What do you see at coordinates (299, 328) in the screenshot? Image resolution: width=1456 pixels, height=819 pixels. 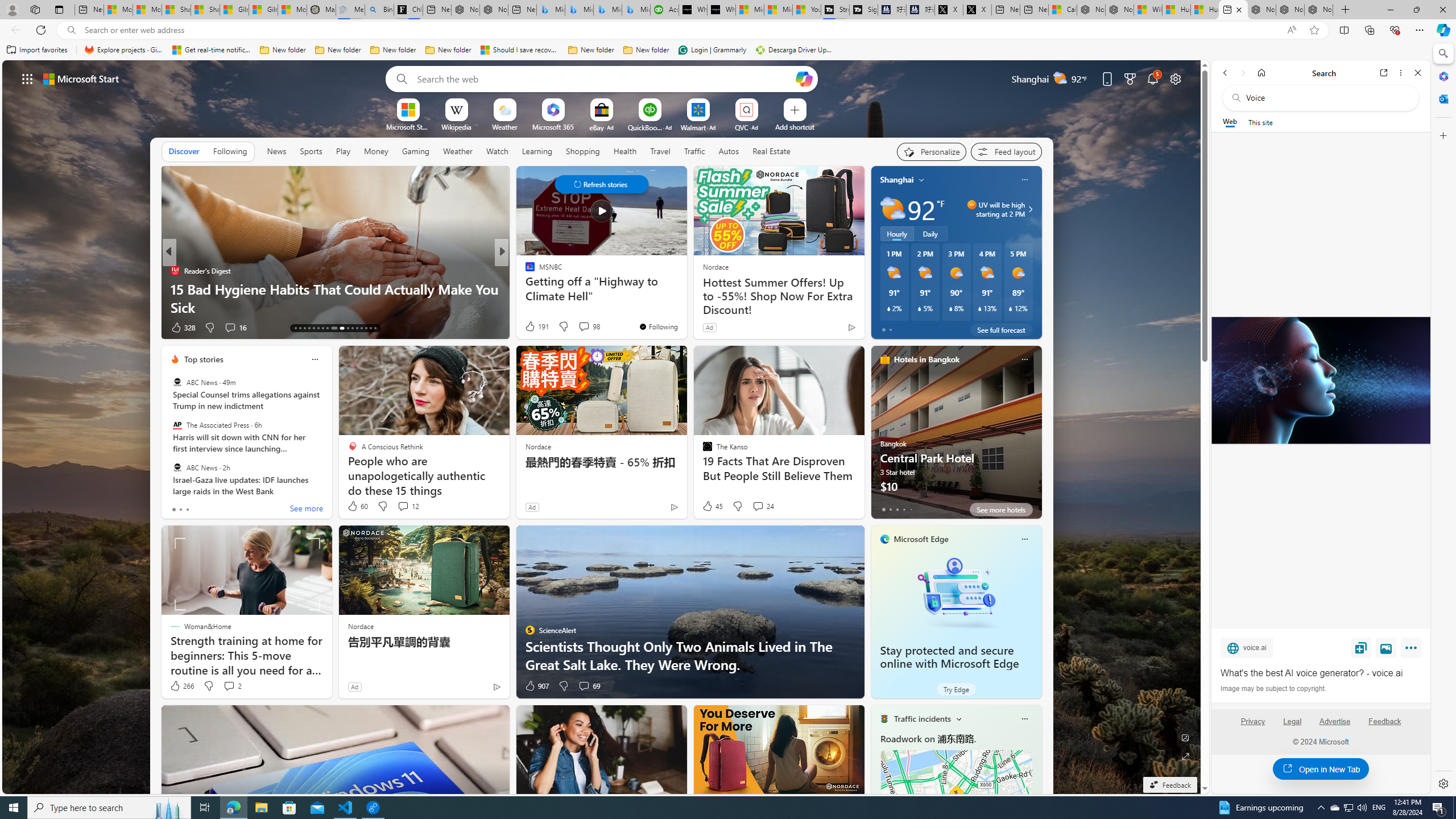 I see `'AutomationID: tab-14'` at bounding box center [299, 328].